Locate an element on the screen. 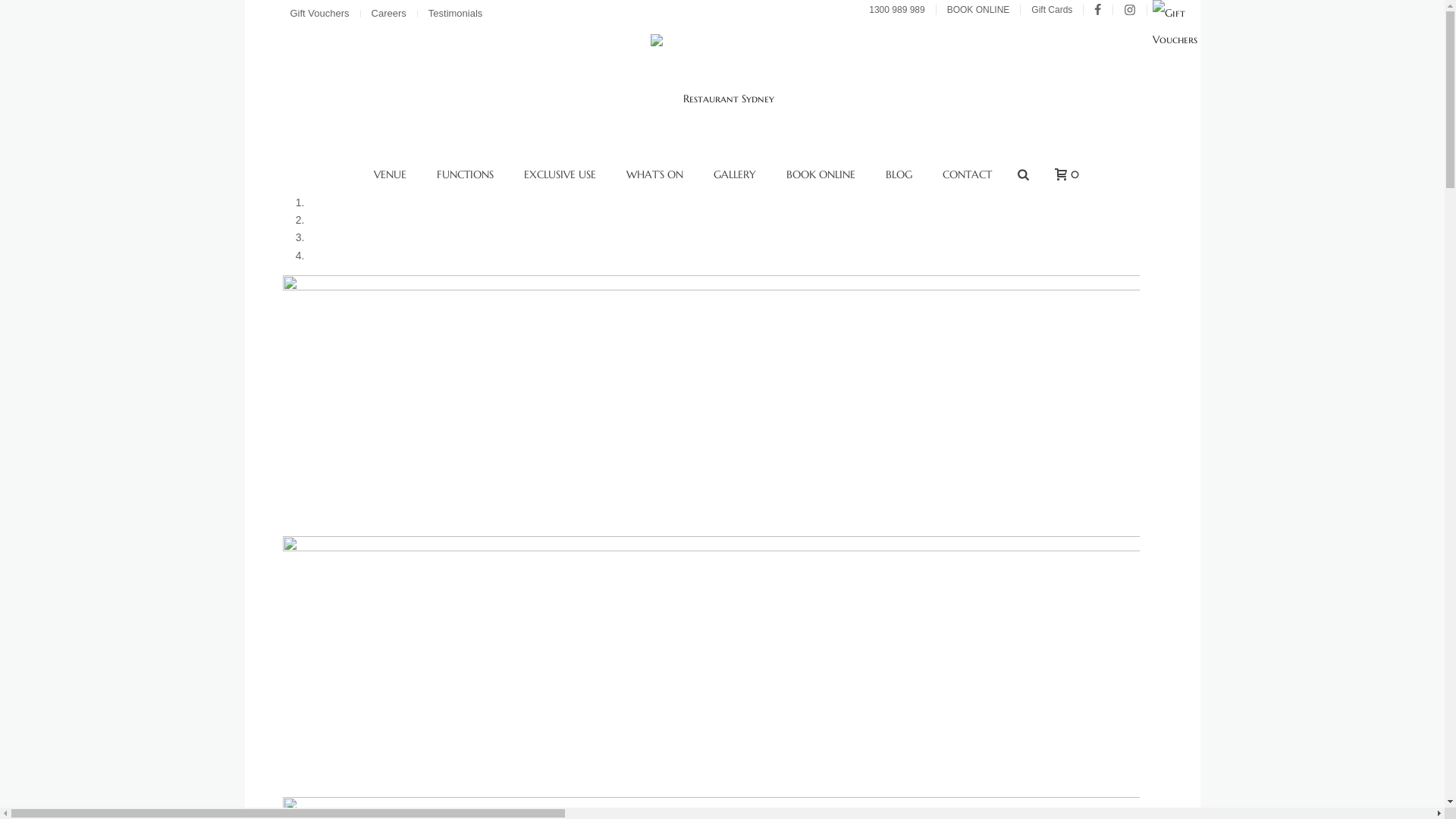  '1300 989 989' is located at coordinates (861, 9).